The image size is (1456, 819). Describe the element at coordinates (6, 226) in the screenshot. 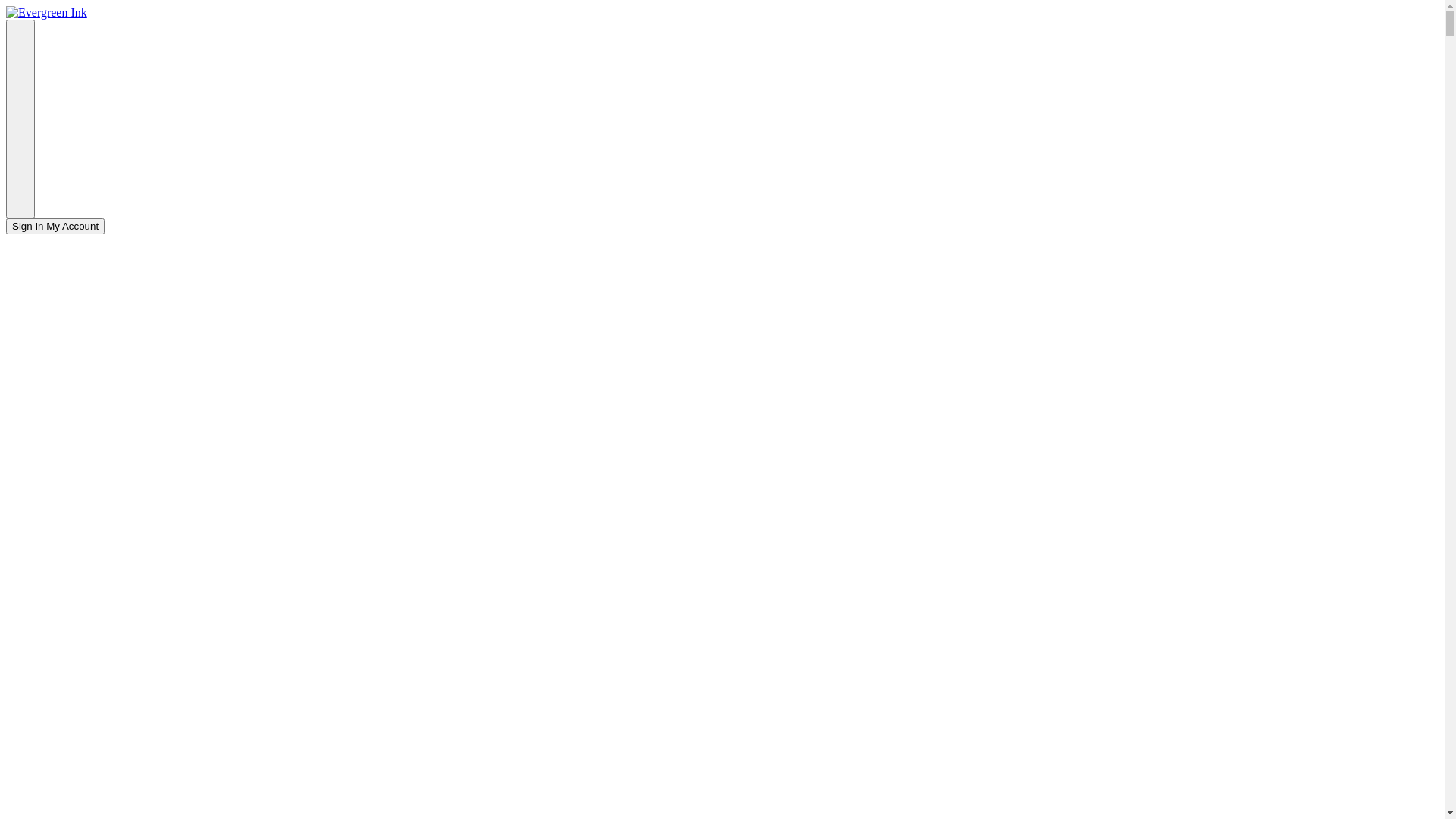

I see `'Sign In My Account'` at that location.